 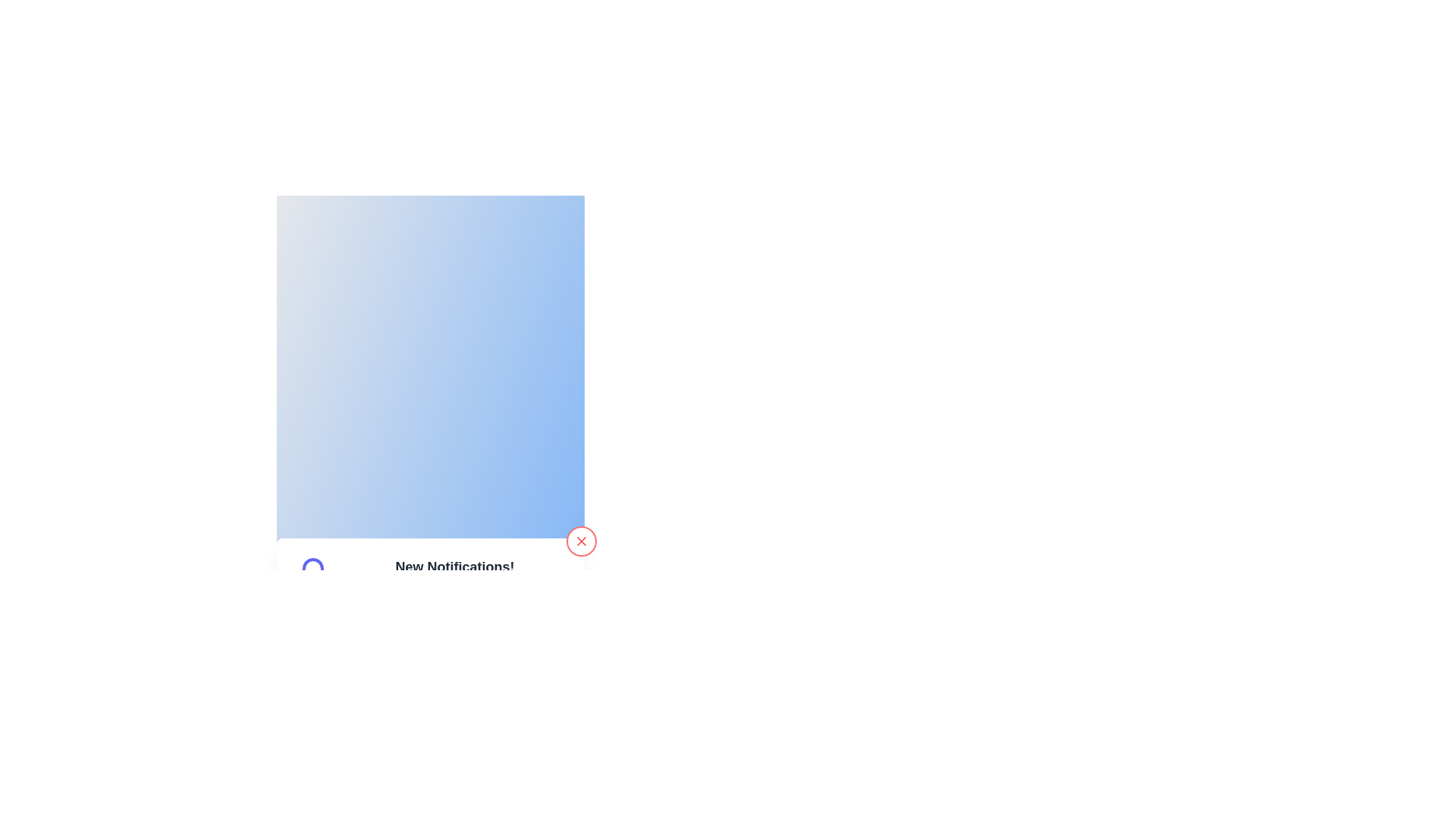 What do you see at coordinates (312, 570) in the screenshot?
I see `the main body of the notification bell icon, which indicates the presence of new or pending notifications` at bounding box center [312, 570].